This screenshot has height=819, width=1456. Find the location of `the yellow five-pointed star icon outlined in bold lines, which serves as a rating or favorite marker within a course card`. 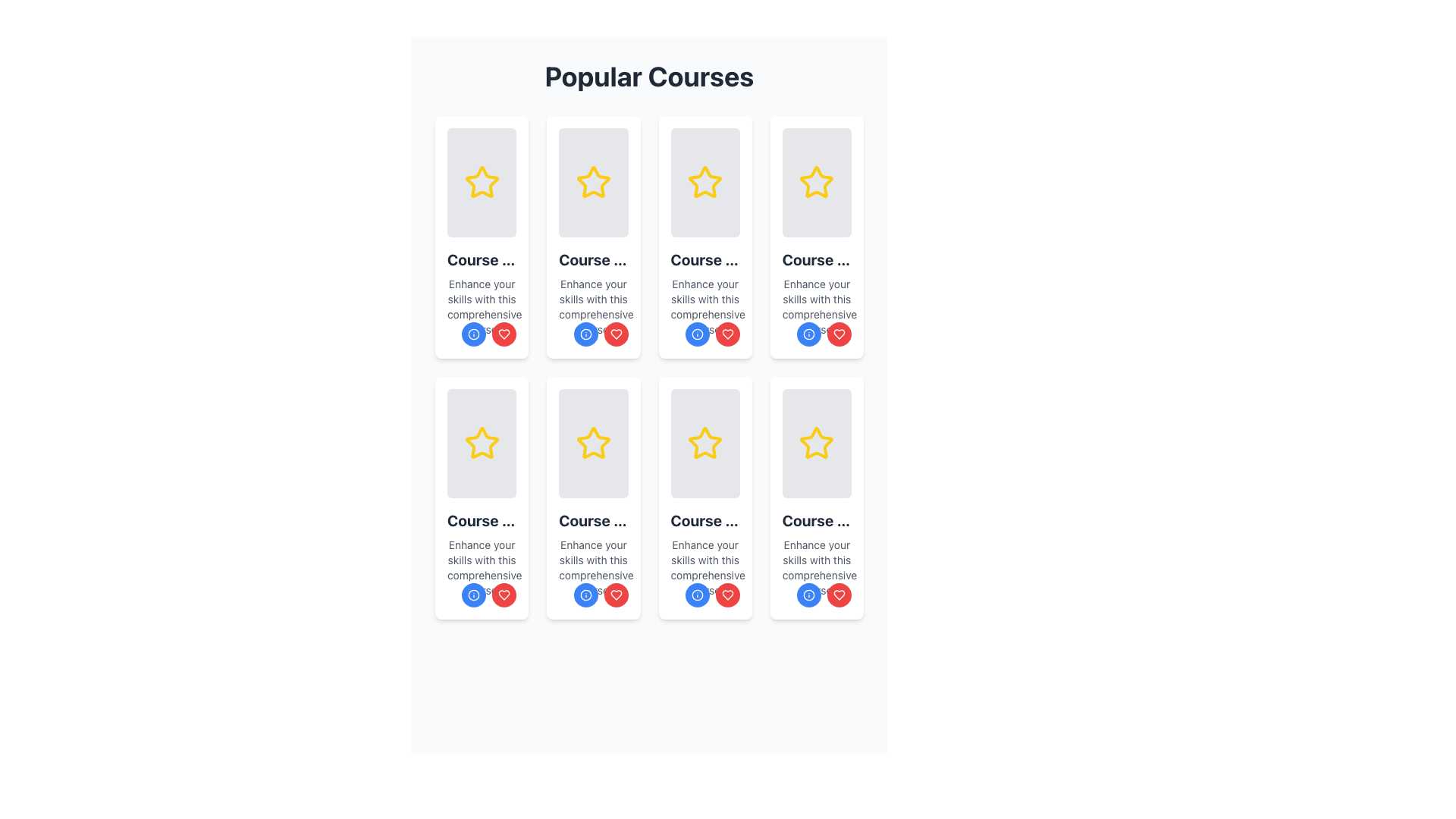

the yellow five-pointed star icon outlined in bold lines, which serves as a rating or favorite marker within a course card is located at coordinates (592, 443).